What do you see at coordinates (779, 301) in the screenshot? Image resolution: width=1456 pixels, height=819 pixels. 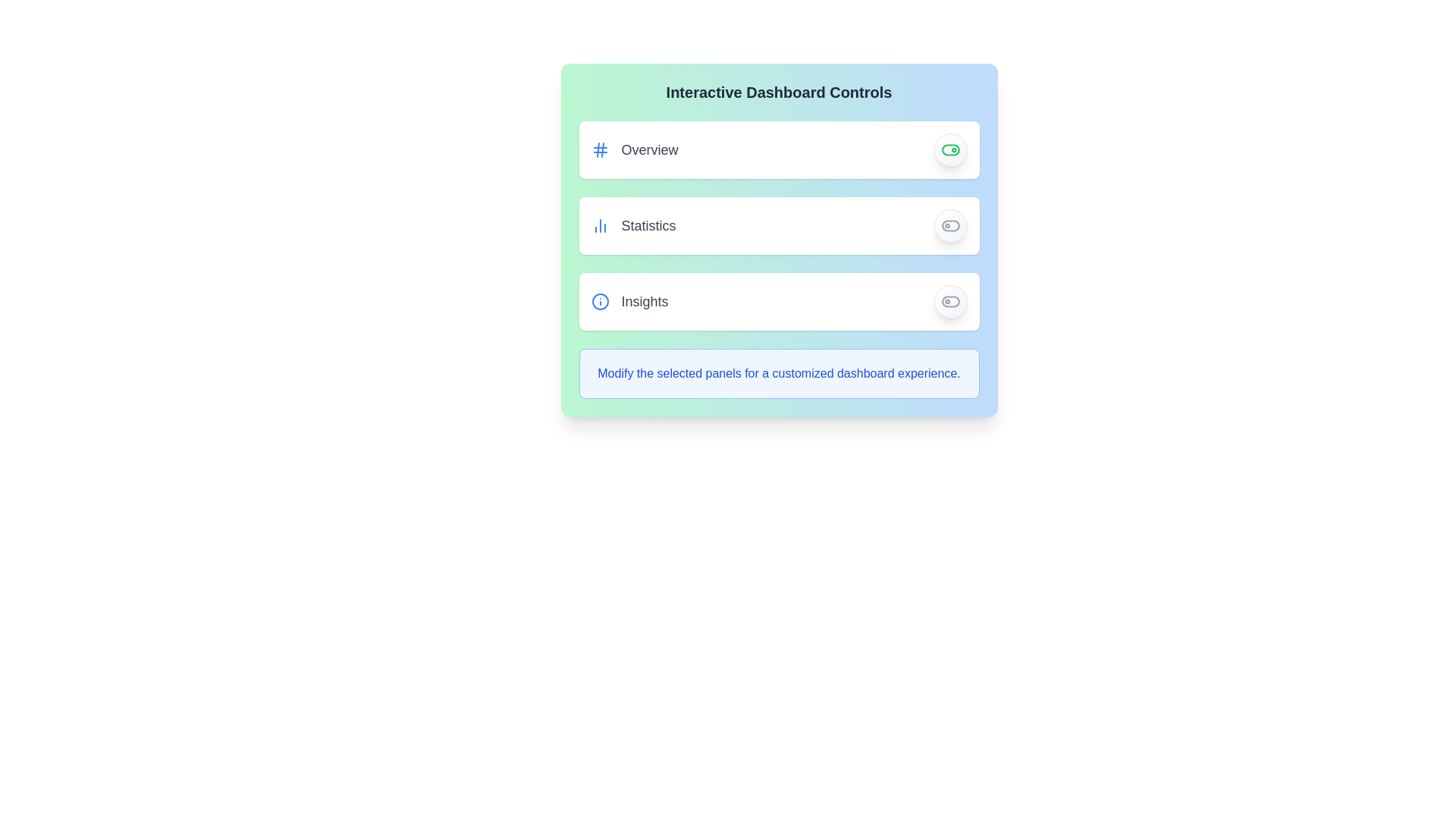 I see `the 'Insights' option button in the 'Interactive Dashboard Controls' section` at bounding box center [779, 301].